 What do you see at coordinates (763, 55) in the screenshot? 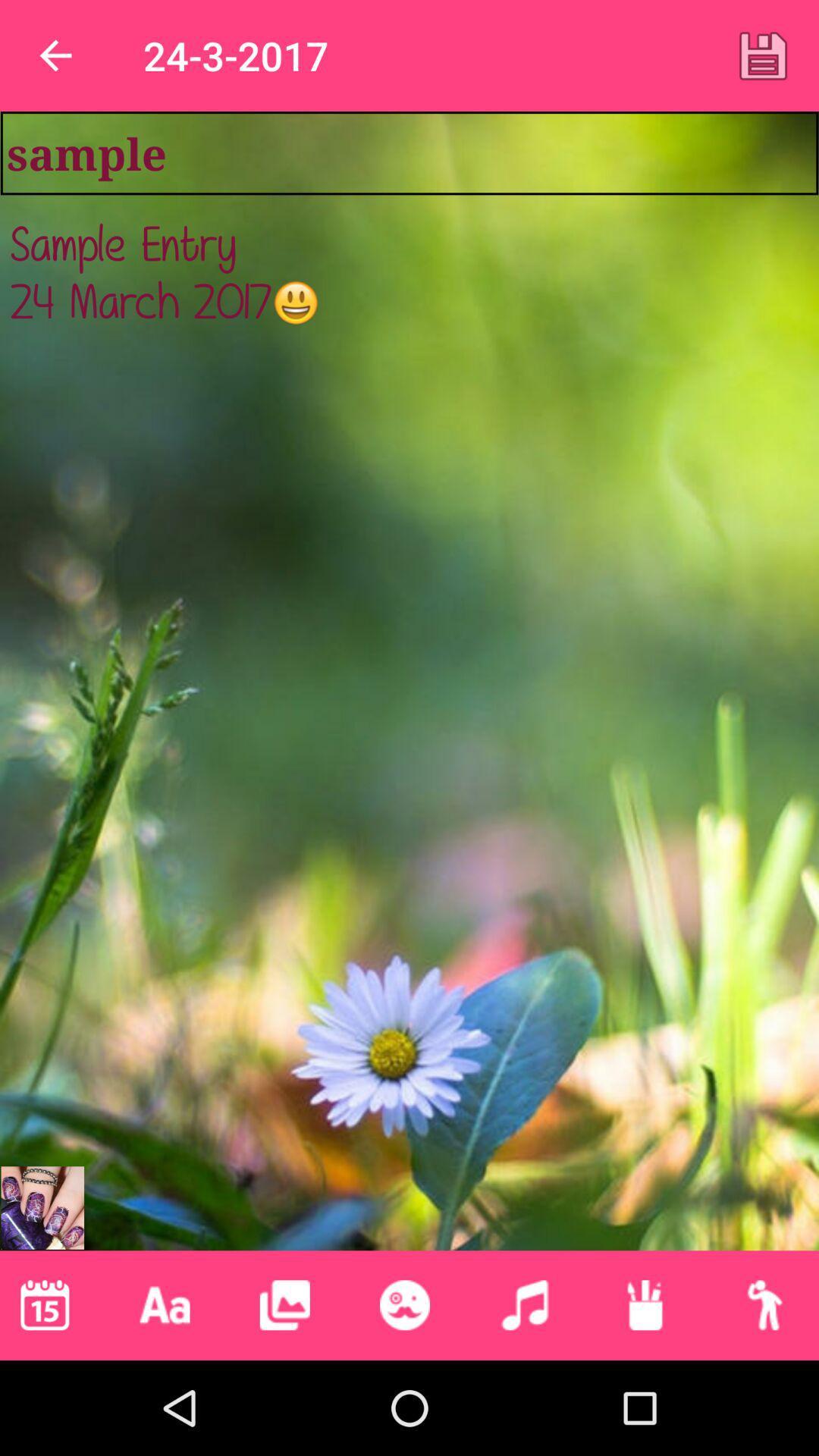
I see `entry` at bounding box center [763, 55].